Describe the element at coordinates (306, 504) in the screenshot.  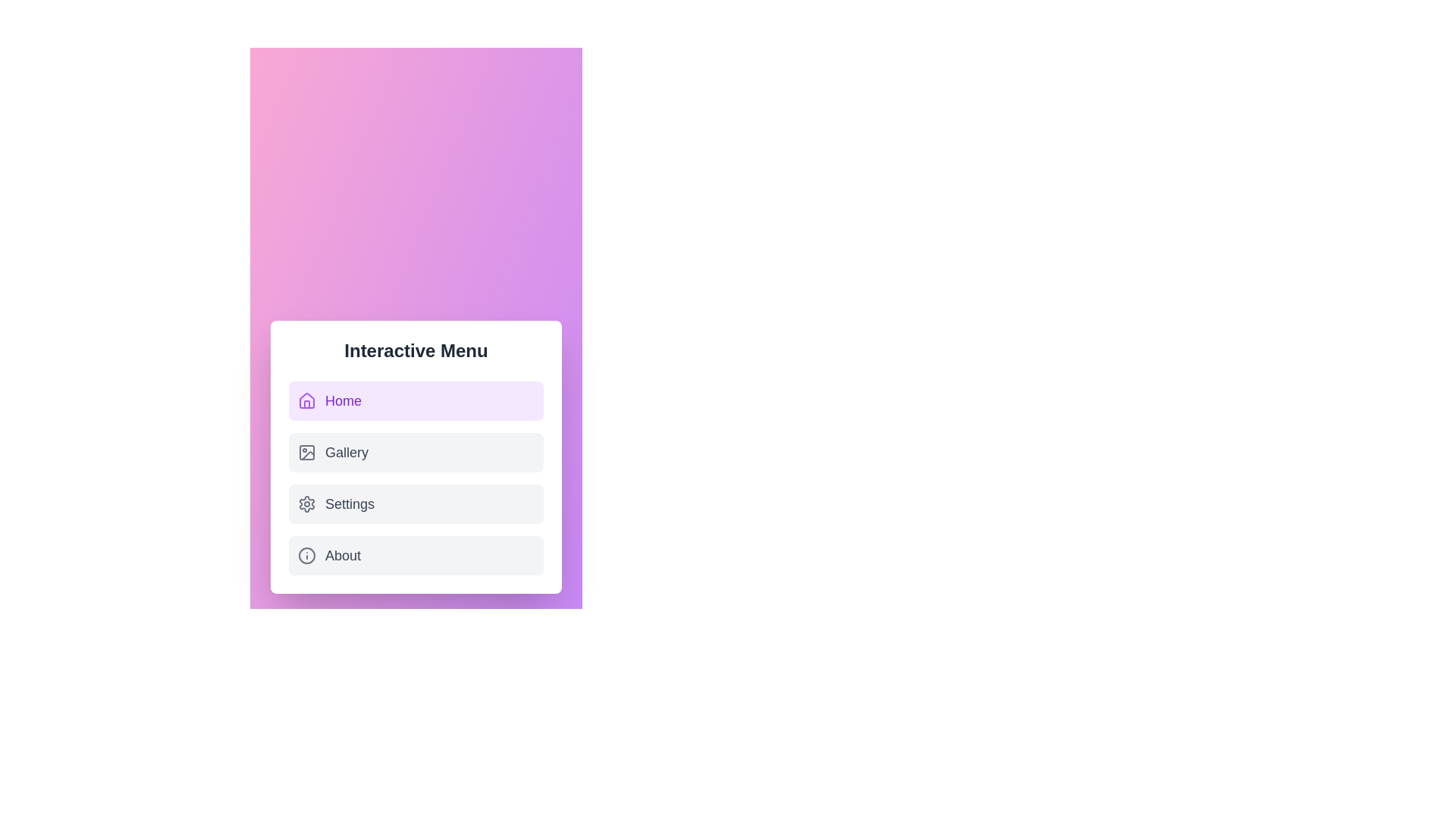
I see `the icon next to the tab label Settings` at that location.